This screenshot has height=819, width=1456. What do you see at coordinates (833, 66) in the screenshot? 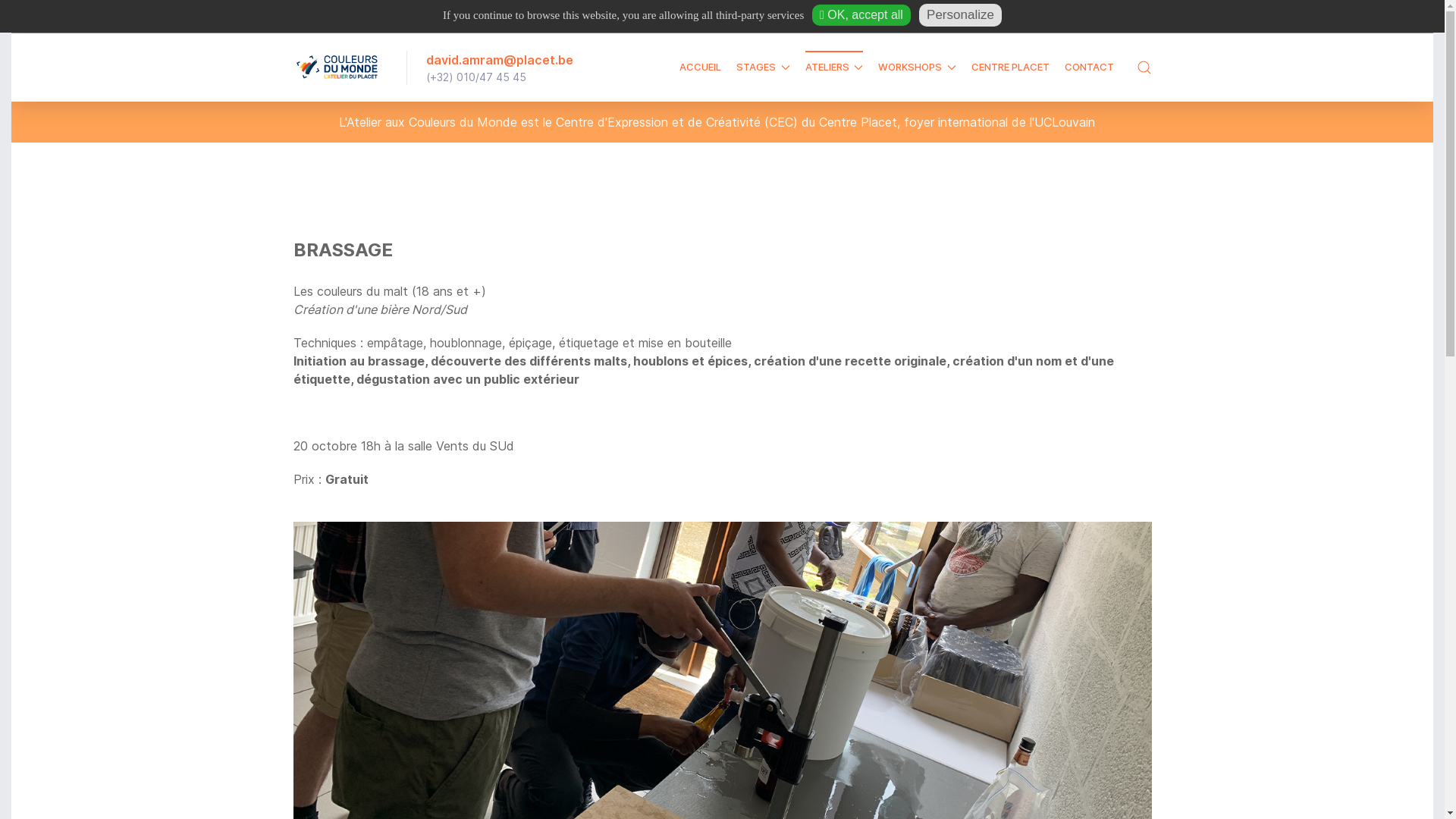
I see `'ATELIERS'` at bounding box center [833, 66].